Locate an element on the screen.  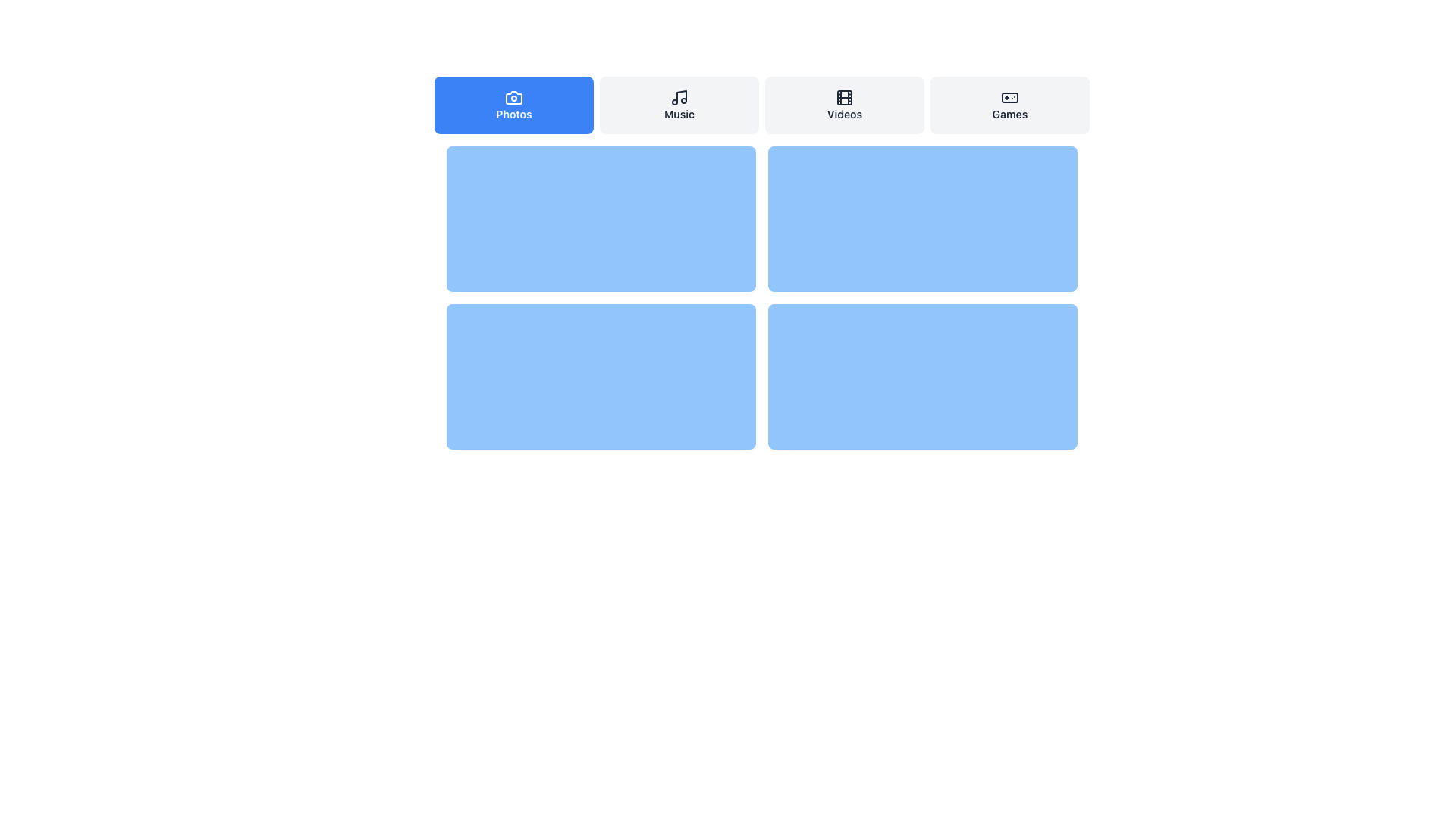
the 'film reel' icon in the 'Videos' section of the navigation interface, which is styled as a 24x24 SVG graphic and positioned directly above the text label 'Videos' is located at coordinates (843, 97).